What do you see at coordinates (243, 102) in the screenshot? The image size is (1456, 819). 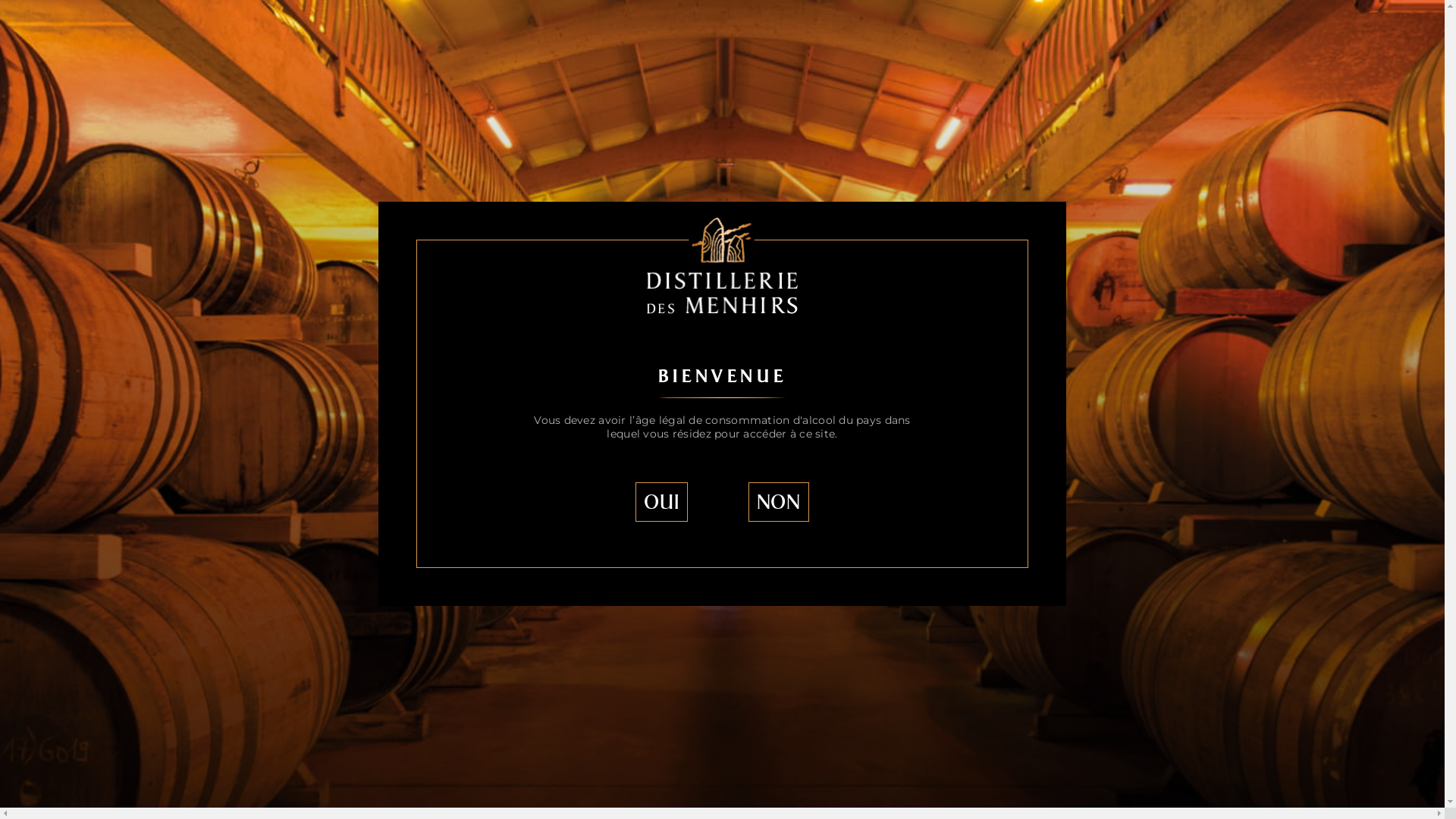 I see `'DISTILLERIE DES MENHIRS'` at bounding box center [243, 102].